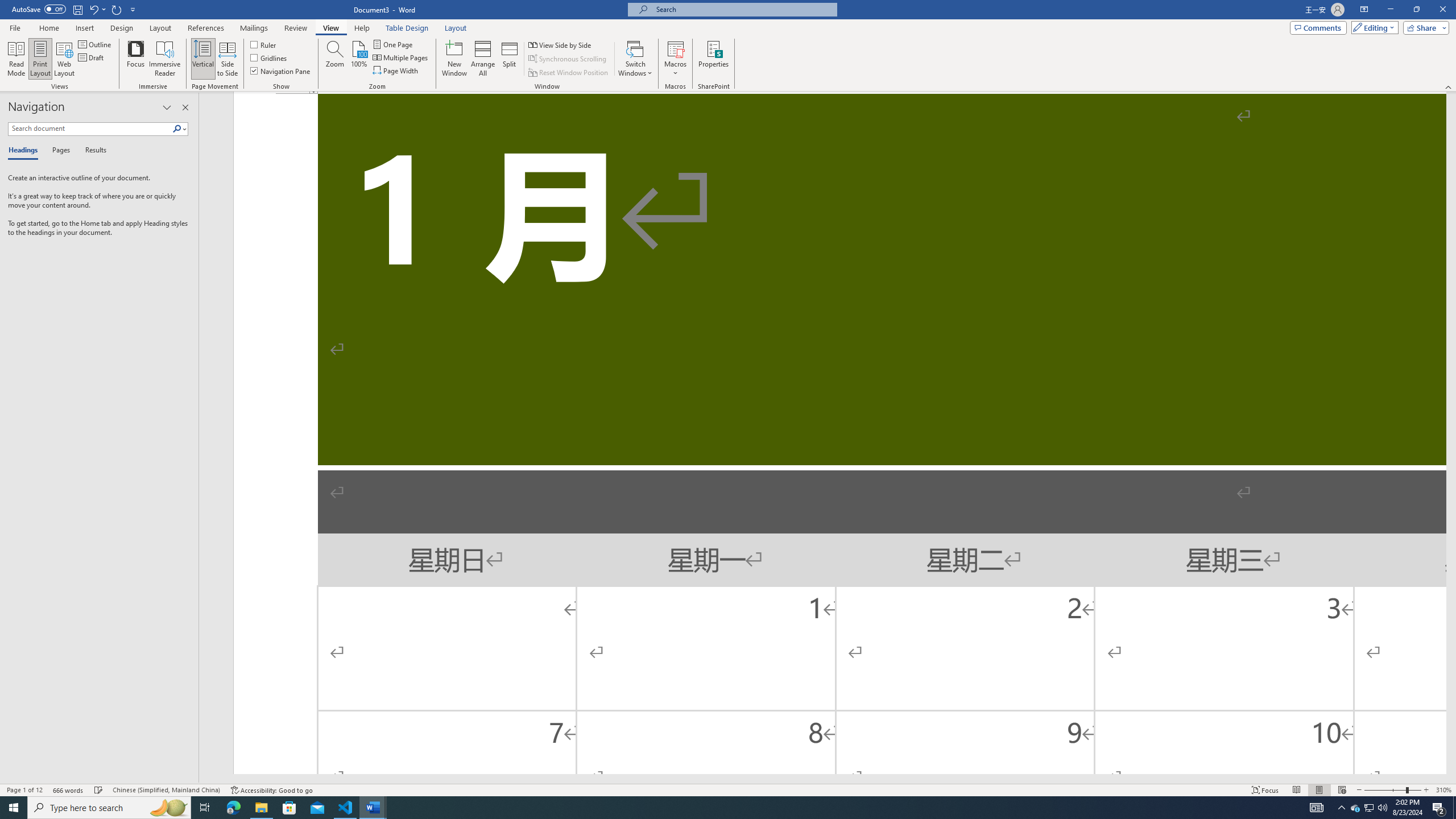 Image resolution: width=1456 pixels, height=819 pixels. I want to click on 'Headings', so click(25, 150).